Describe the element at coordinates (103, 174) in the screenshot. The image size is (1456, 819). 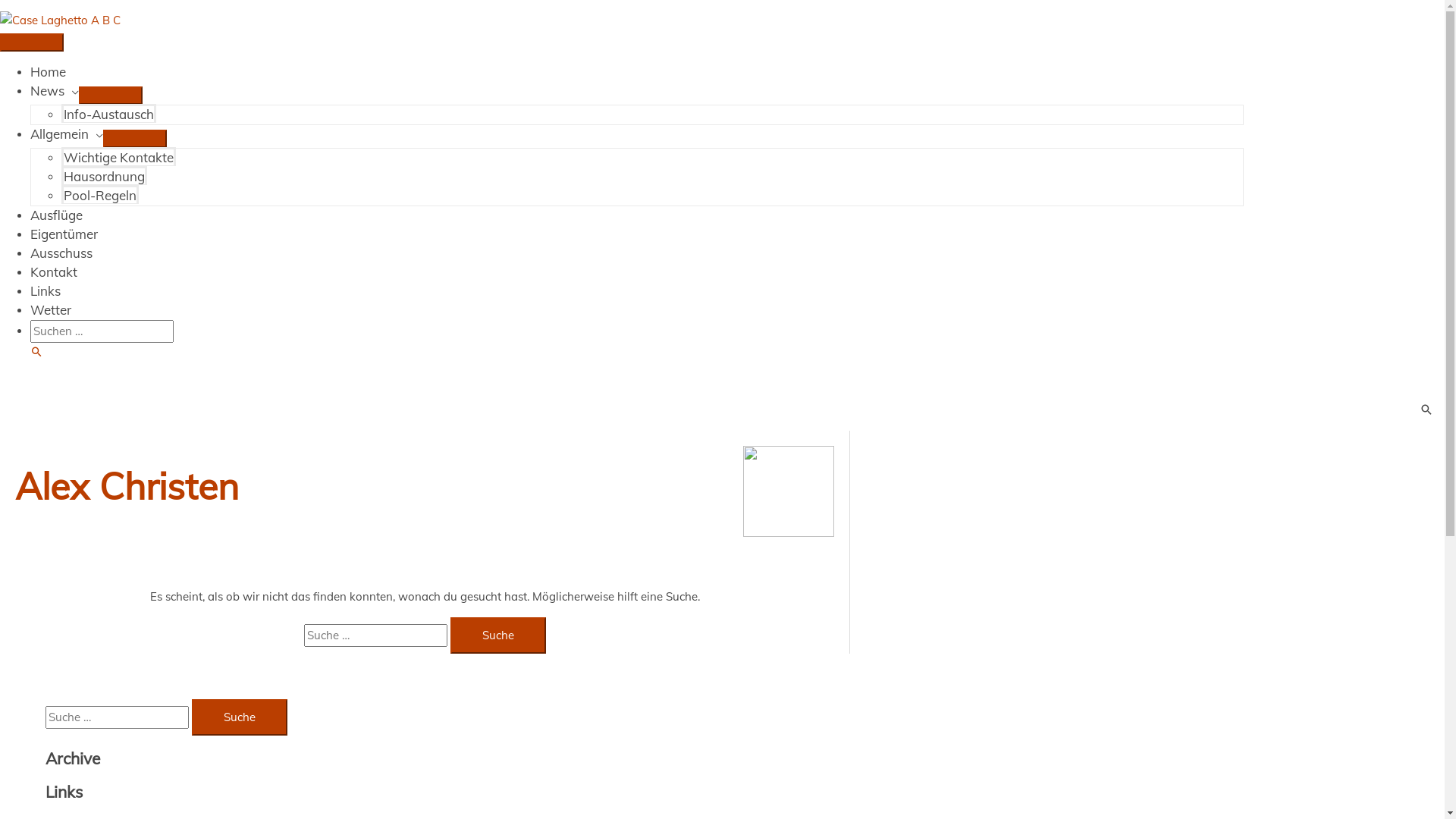
I see `'Hausordnung'` at that location.